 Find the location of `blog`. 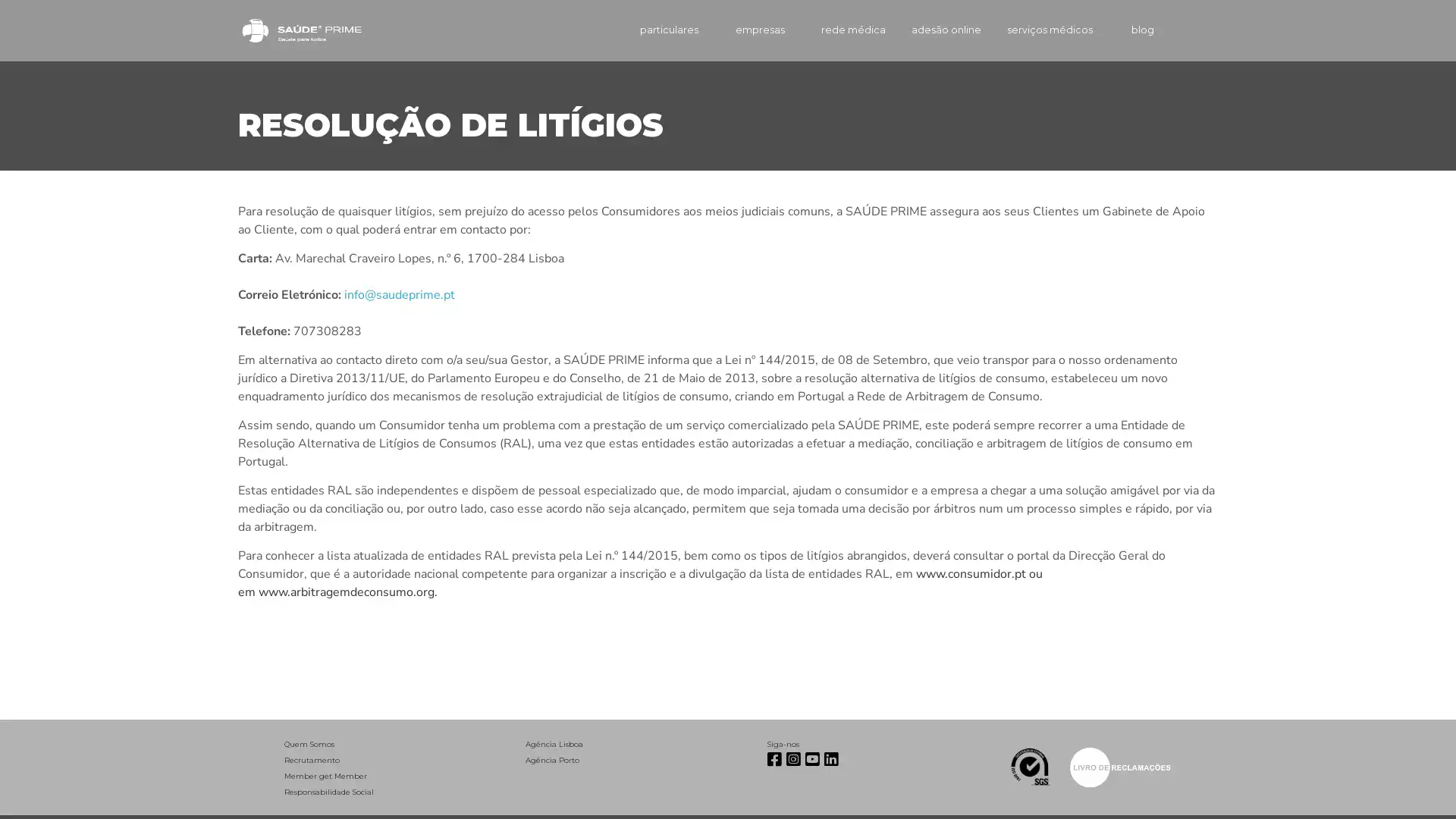

blog is located at coordinates (1129, 30).